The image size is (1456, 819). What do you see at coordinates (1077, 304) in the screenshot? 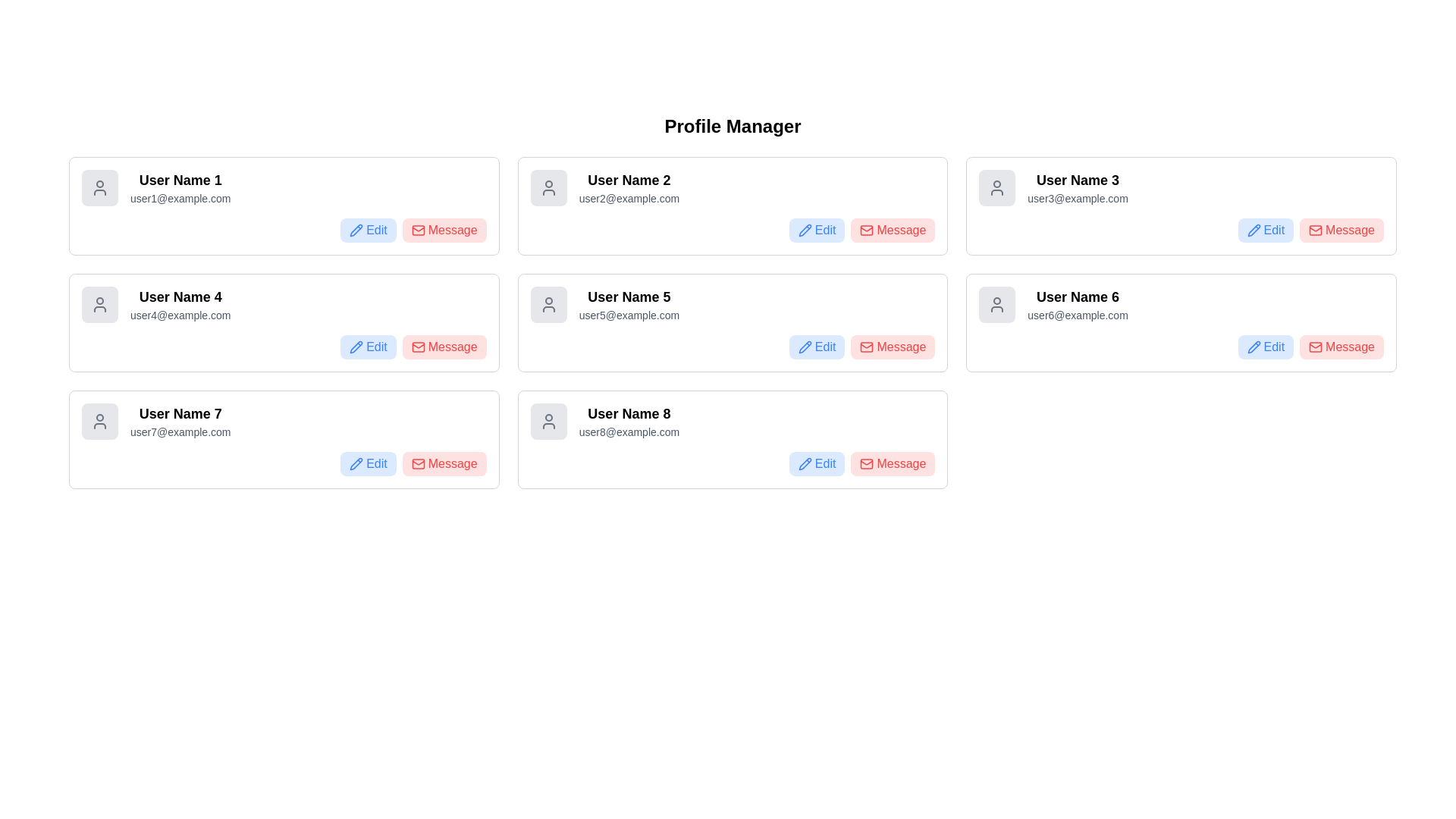
I see `the Text Display Block displaying 'User Name 6' and 'user6@example.com' to interact with nearby buttons` at bounding box center [1077, 304].